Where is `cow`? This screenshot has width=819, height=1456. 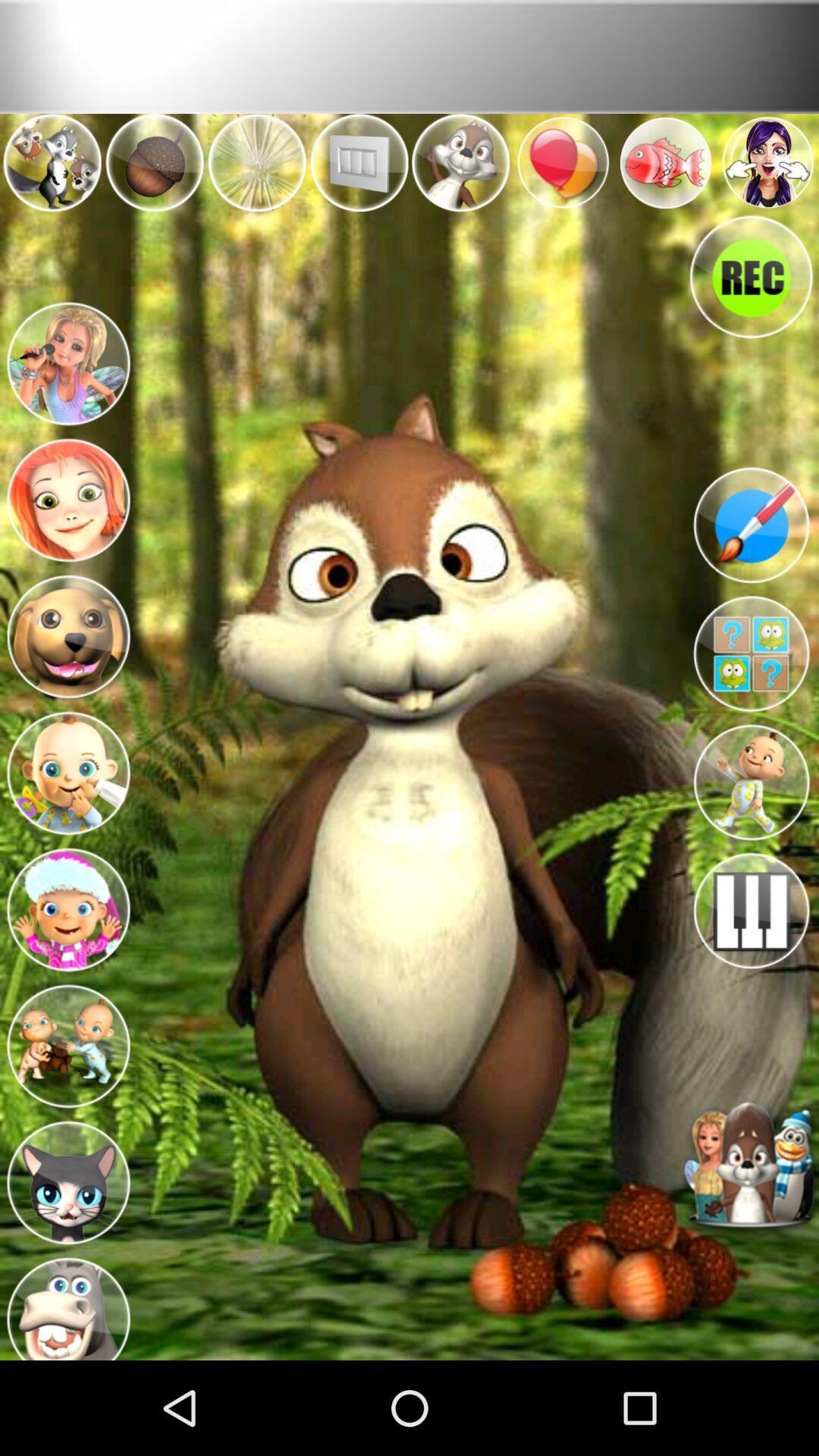 cow is located at coordinates (67, 1302).